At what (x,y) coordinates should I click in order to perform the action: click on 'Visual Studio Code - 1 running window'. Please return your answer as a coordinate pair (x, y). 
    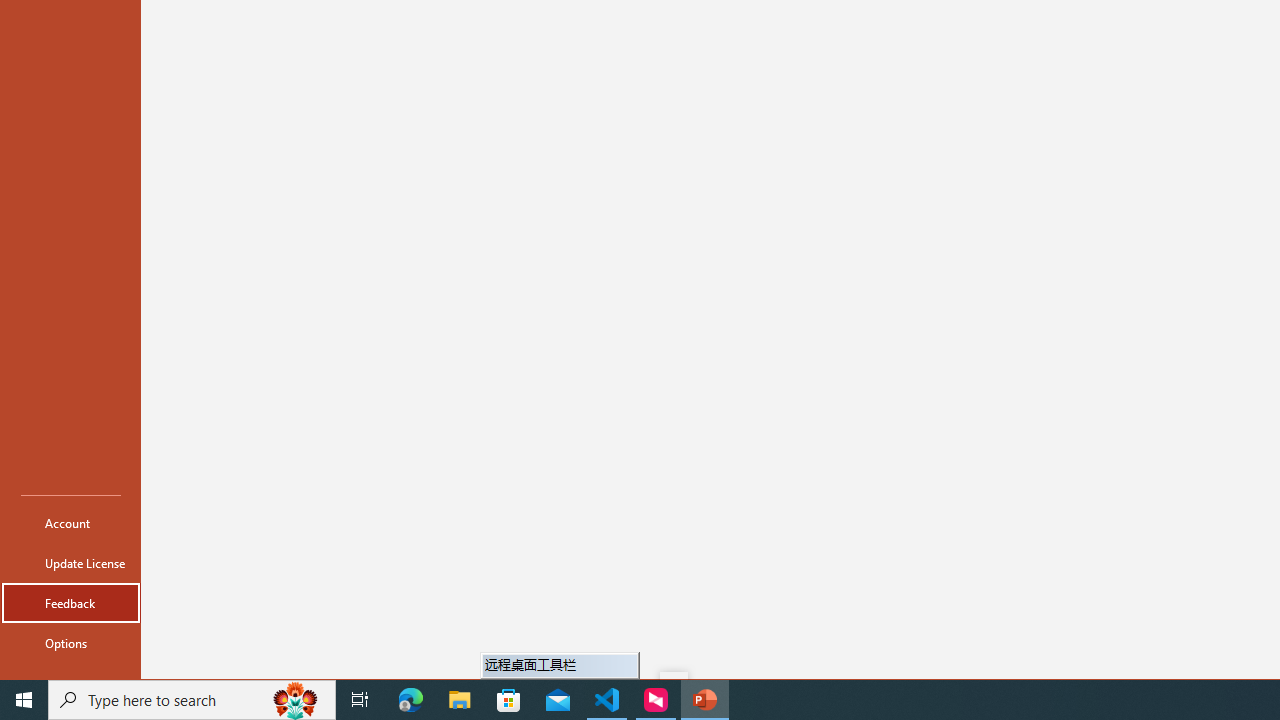
    Looking at the image, I should click on (606, 698).